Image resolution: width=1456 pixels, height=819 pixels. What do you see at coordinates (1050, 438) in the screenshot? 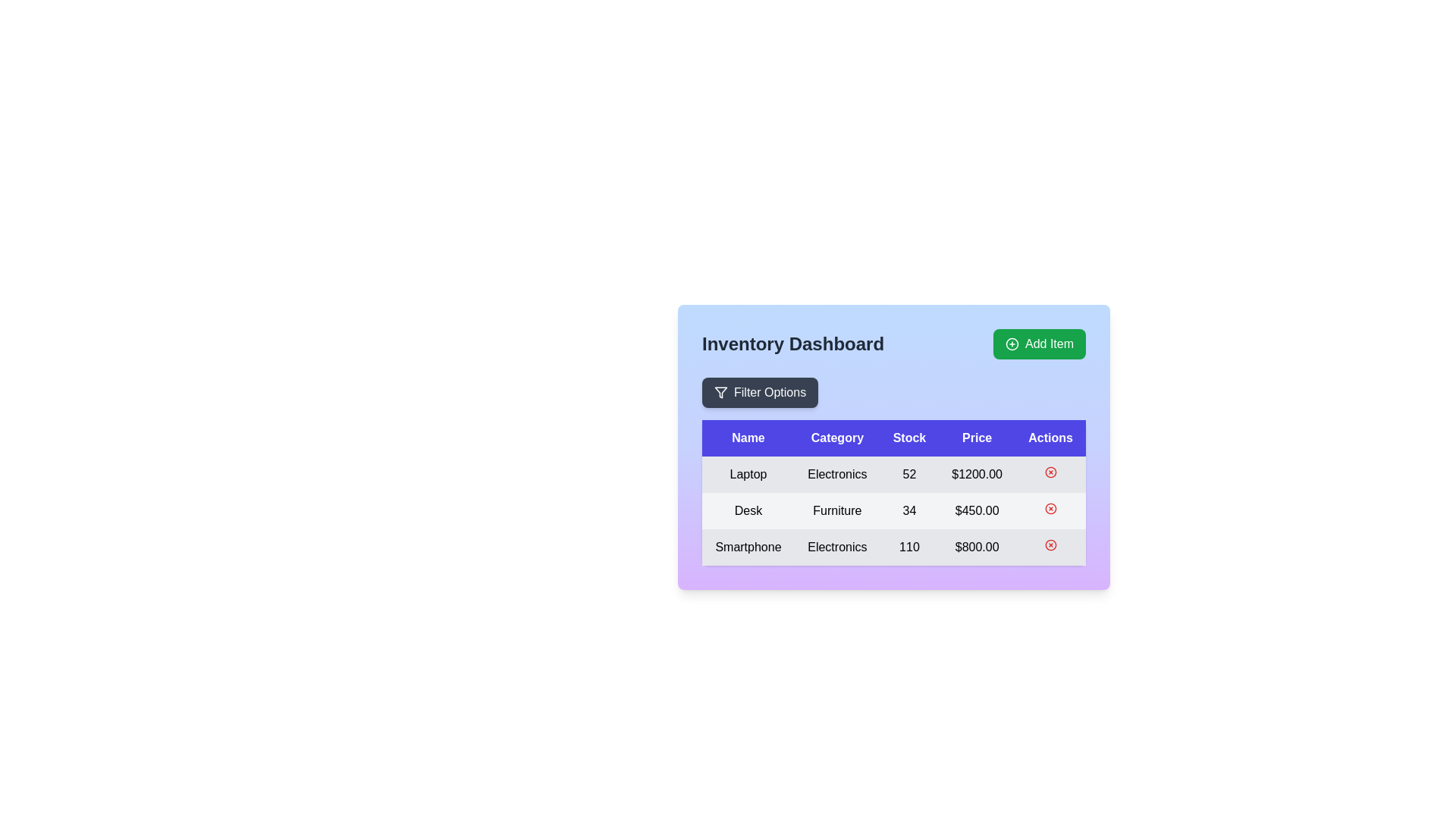
I see `the 'Actions' label element, which is the fifth header in the table row styled in white text on a blue background` at bounding box center [1050, 438].